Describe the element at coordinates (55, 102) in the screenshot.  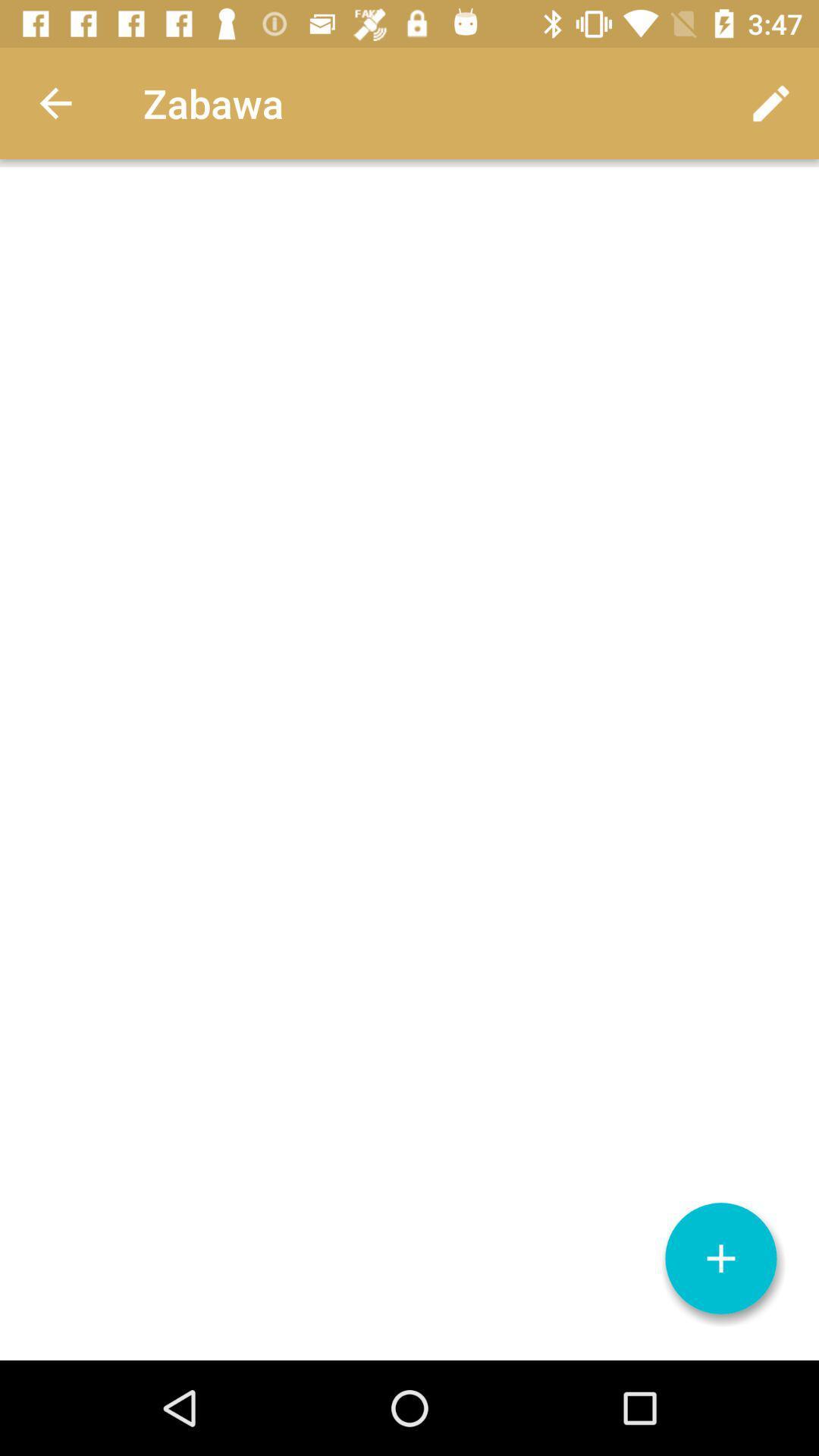
I see `item to the left of the zabawa item` at that location.